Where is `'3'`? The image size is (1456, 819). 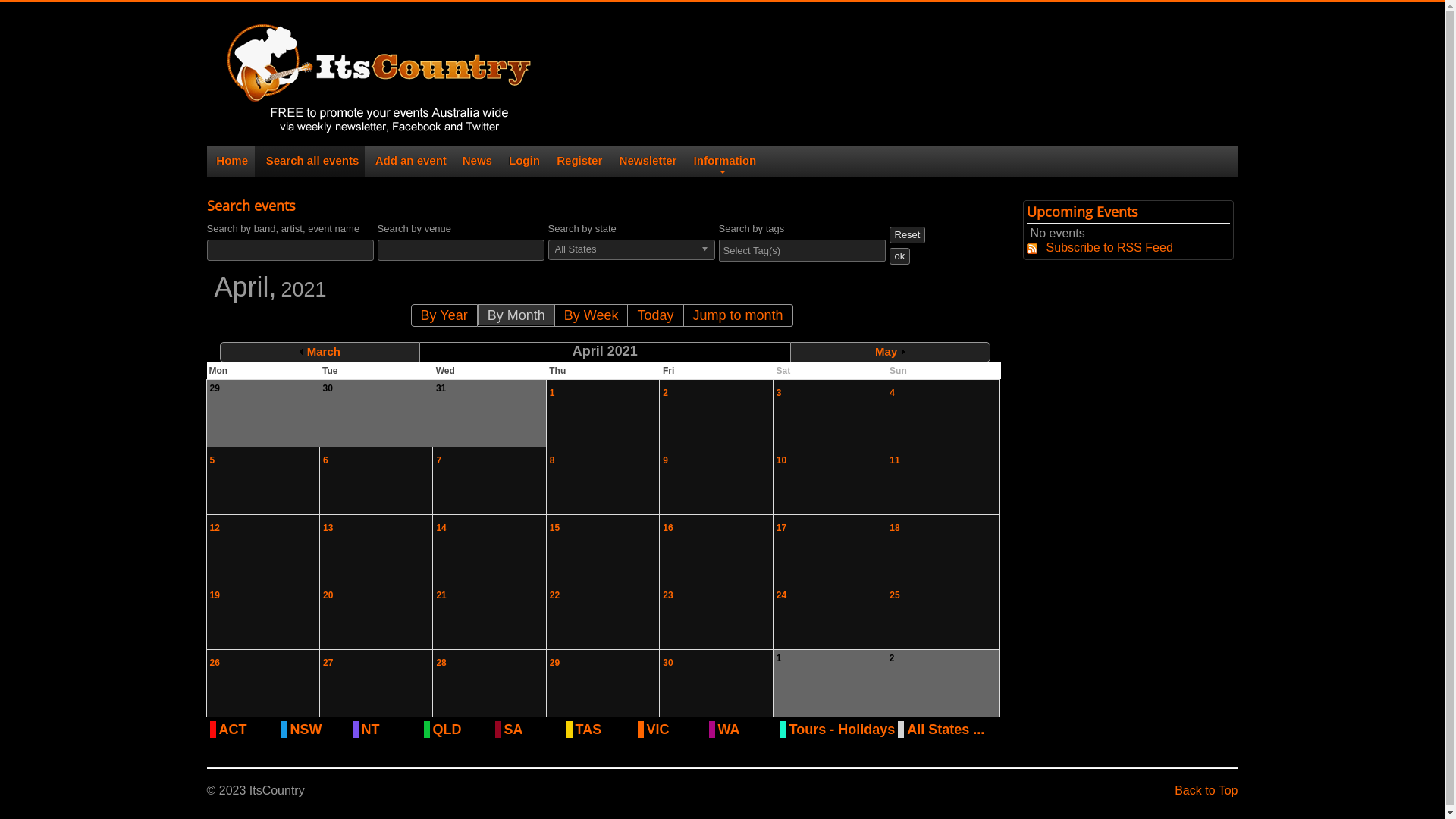
'3' is located at coordinates (779, 391).